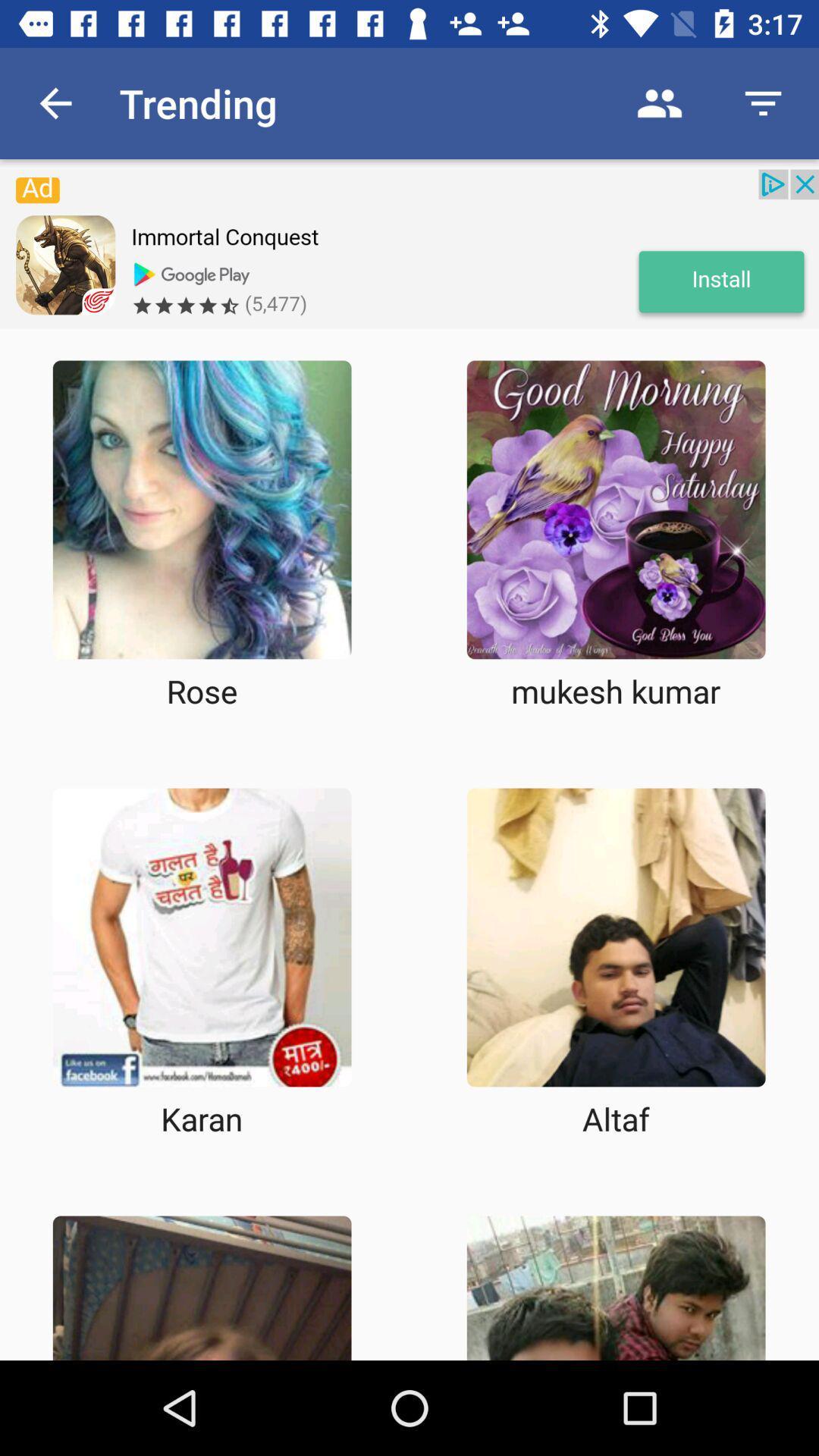  I want to click on option, so click(616, 510).